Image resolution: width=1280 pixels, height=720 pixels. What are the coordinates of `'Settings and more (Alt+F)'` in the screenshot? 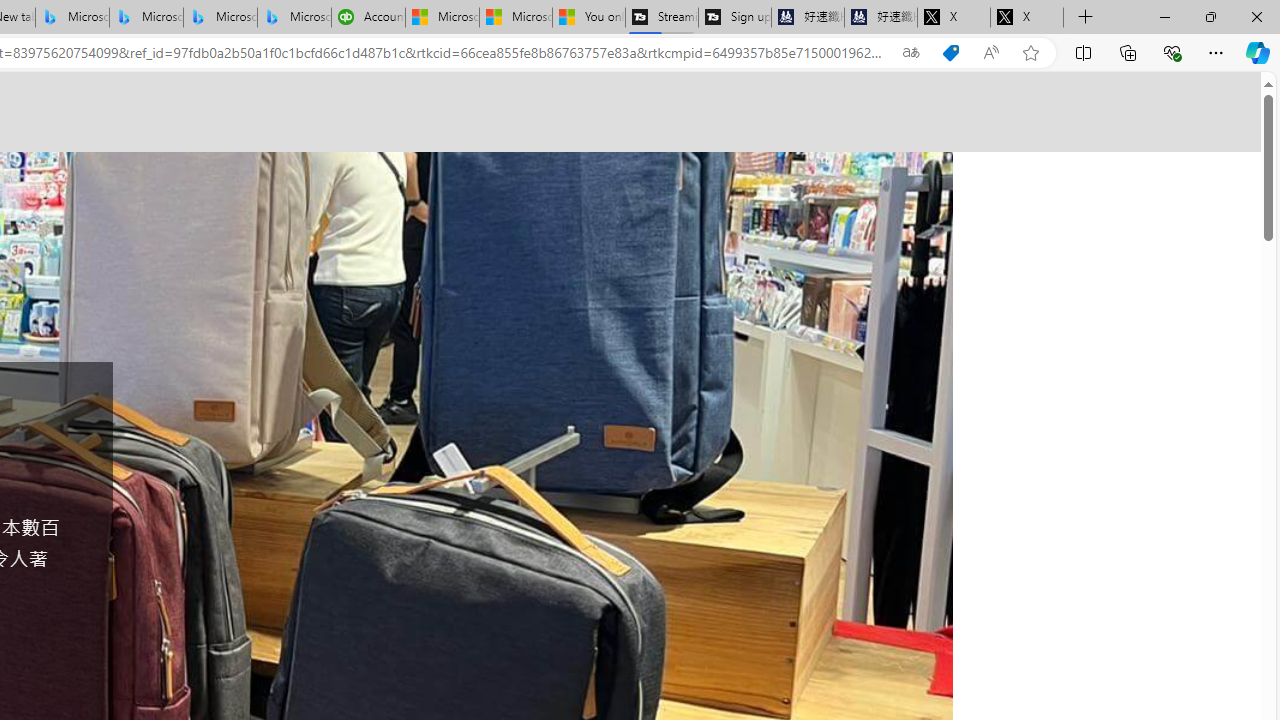 It's located at (1215, 51).